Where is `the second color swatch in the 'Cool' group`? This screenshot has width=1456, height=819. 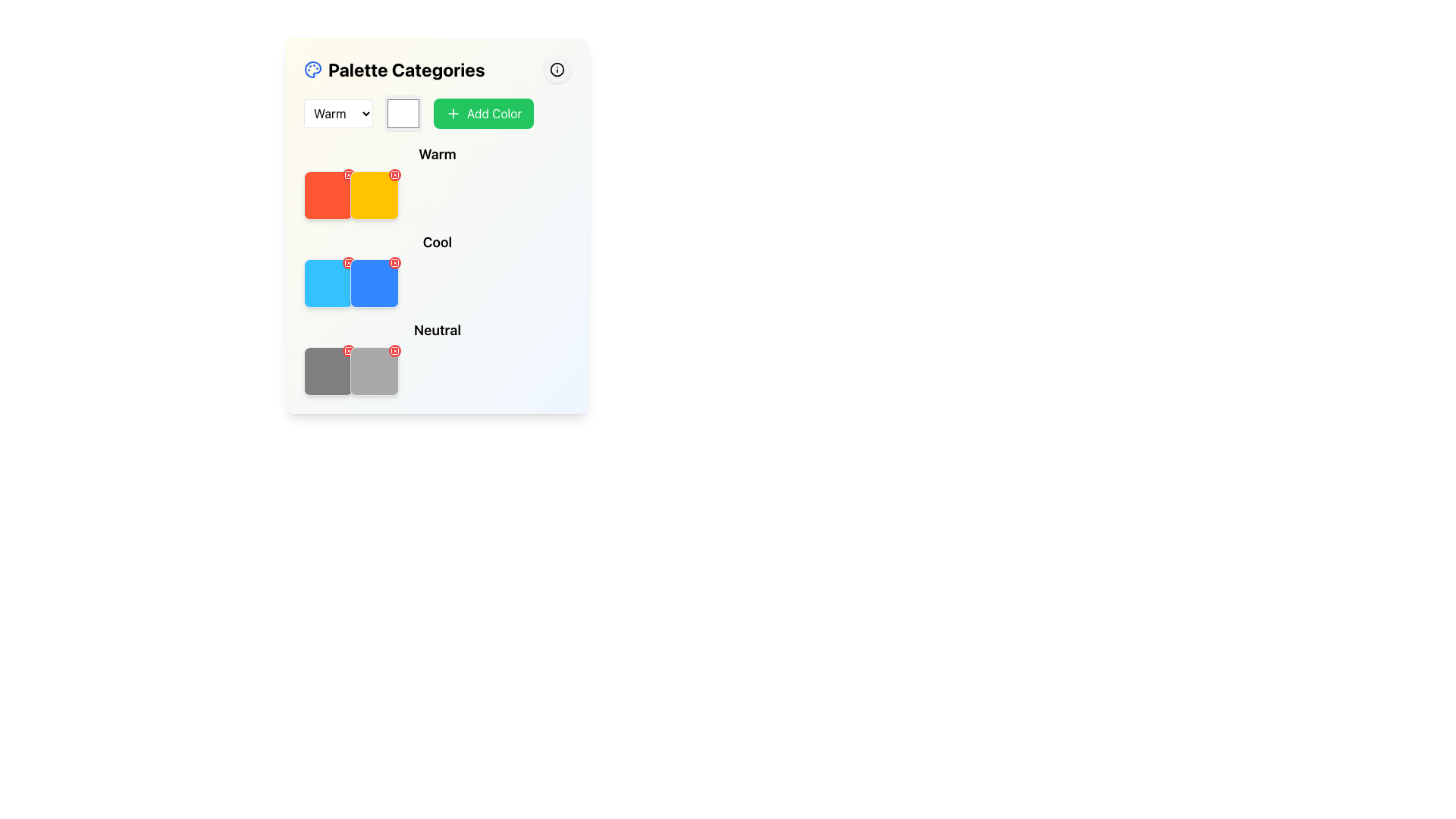 the second color swatch in the 'Cool' group is located at coordinates (375, 284).